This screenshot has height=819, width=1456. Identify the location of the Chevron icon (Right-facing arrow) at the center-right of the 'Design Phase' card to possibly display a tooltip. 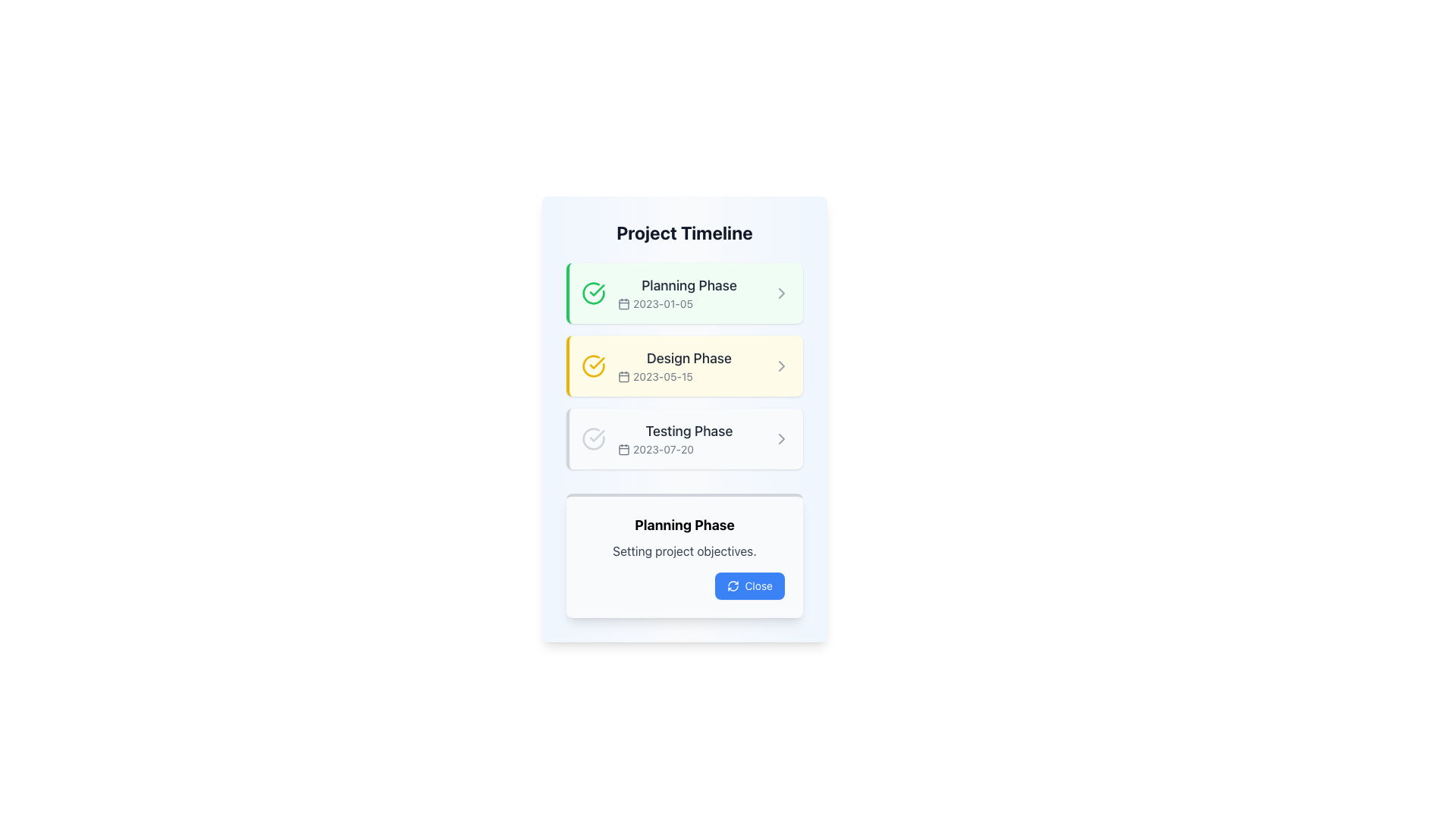
(782, 366).